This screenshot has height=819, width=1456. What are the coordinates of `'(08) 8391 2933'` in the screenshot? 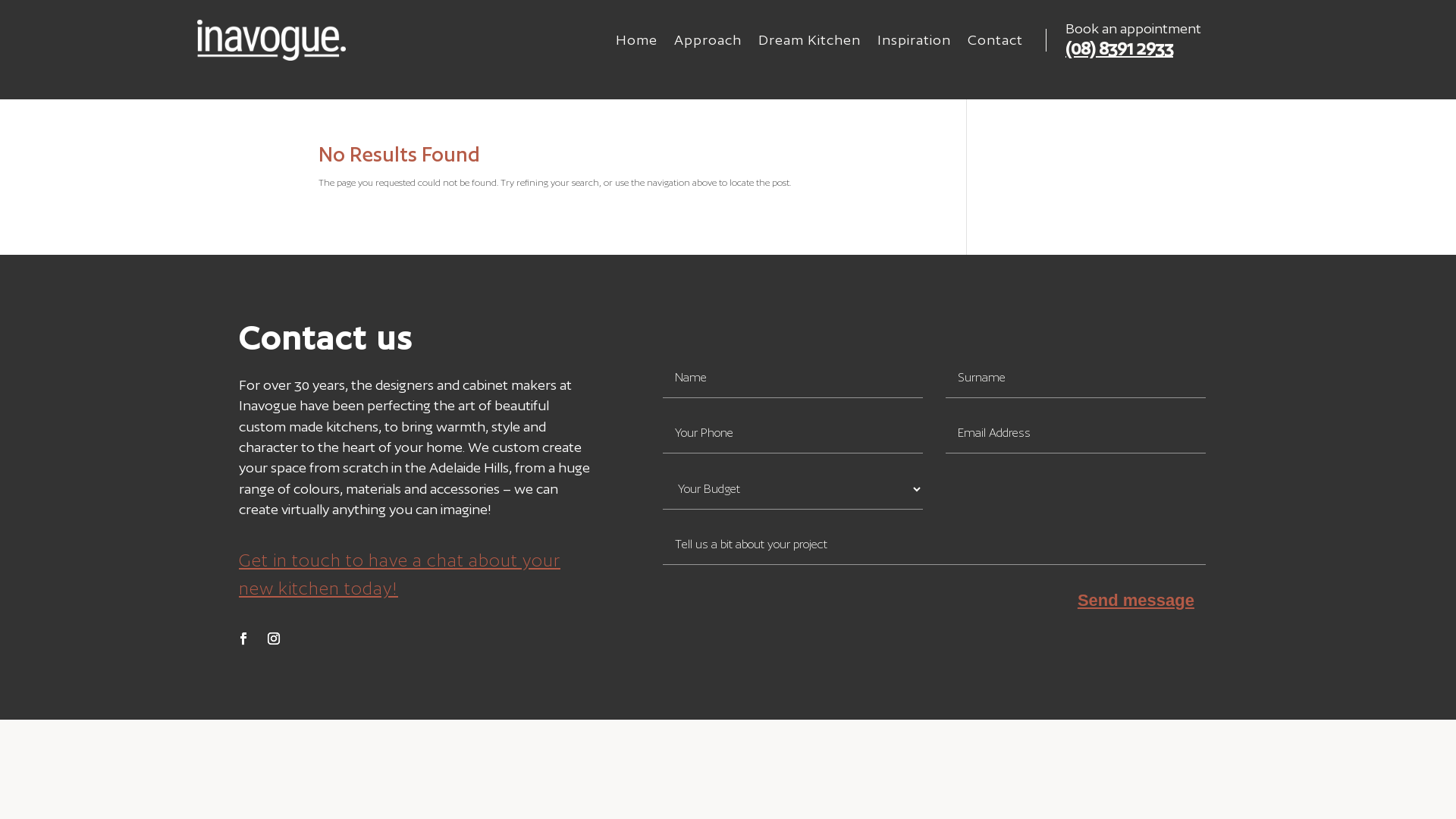 It's located at (1065, 47).